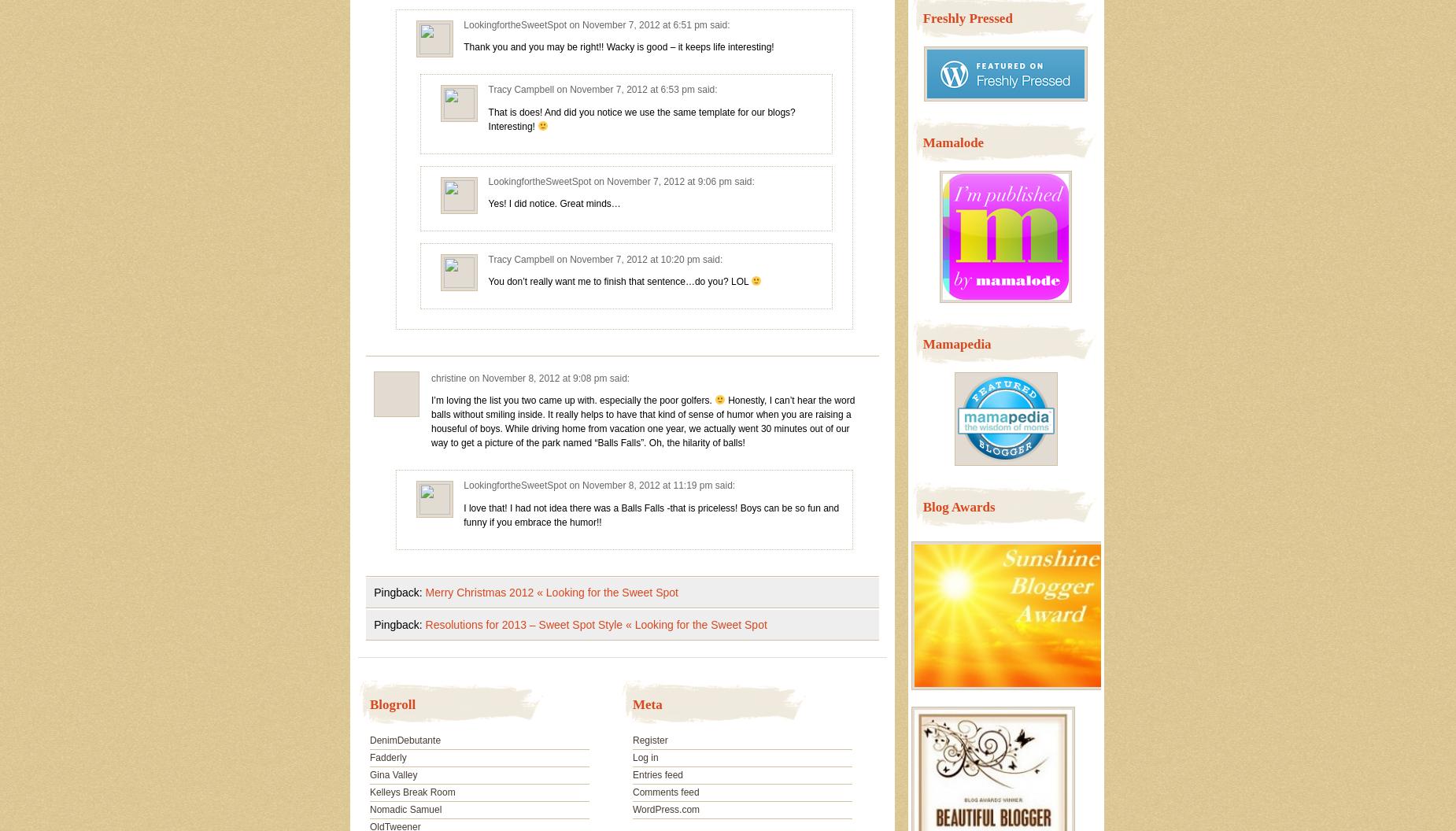 The width and height of the screenshot is (1456, 831). Describe the element at coordinates (647, 485) in the screenshot. I see `'November 8, 2012 at 11:19 pm'` at that location.